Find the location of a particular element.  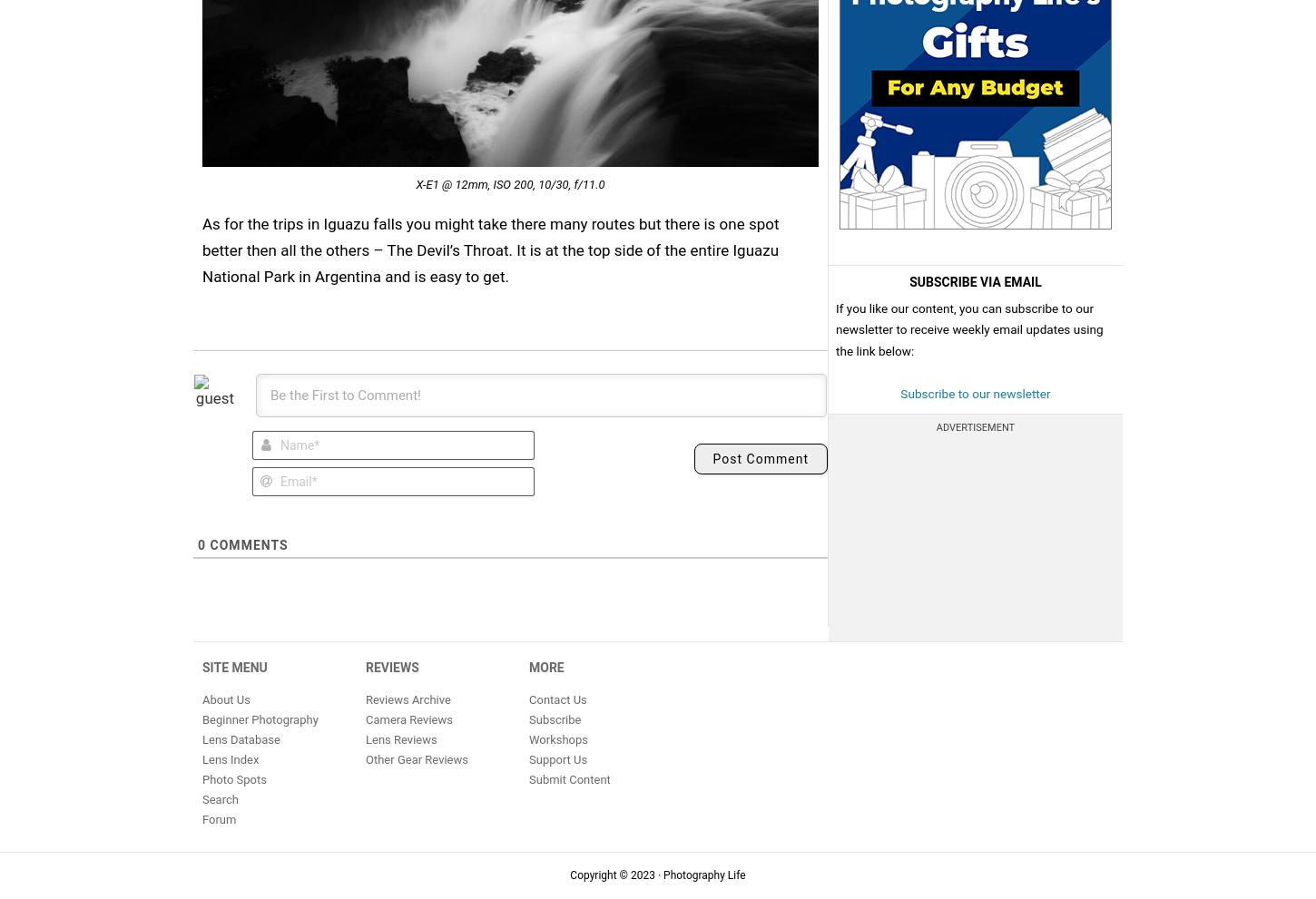

'Lens Index' is located at coordinates (201, 757).